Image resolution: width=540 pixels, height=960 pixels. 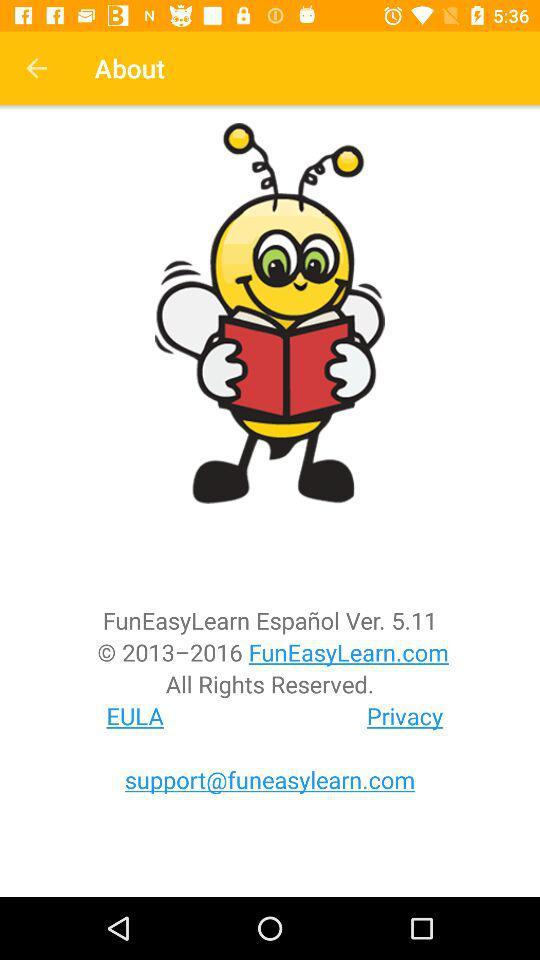 What do you see at coordinates (36, 68) in the screenshot?
I see `the icon next to about` at bounding box center [36, 68].